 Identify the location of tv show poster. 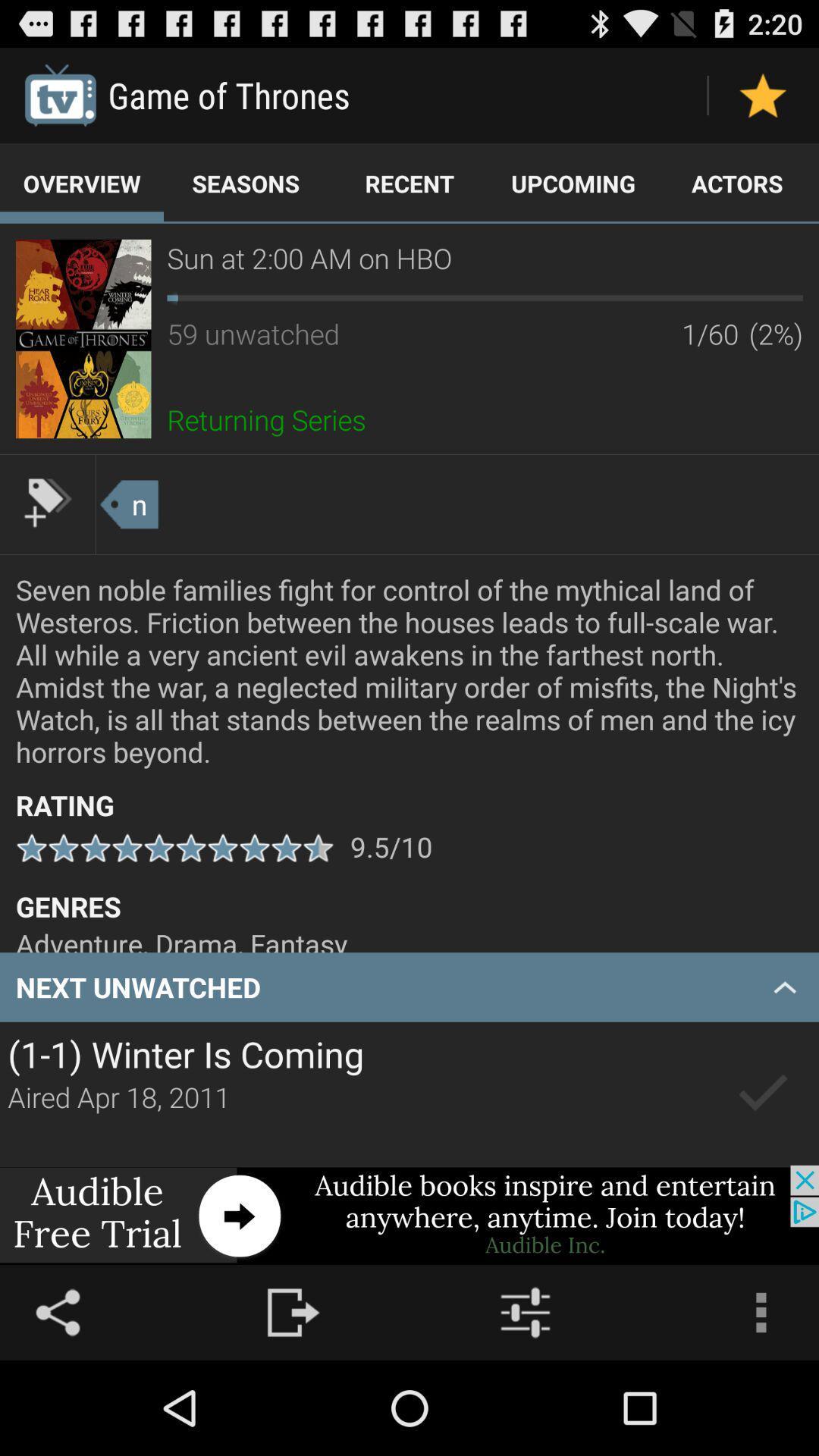
(83, 337).